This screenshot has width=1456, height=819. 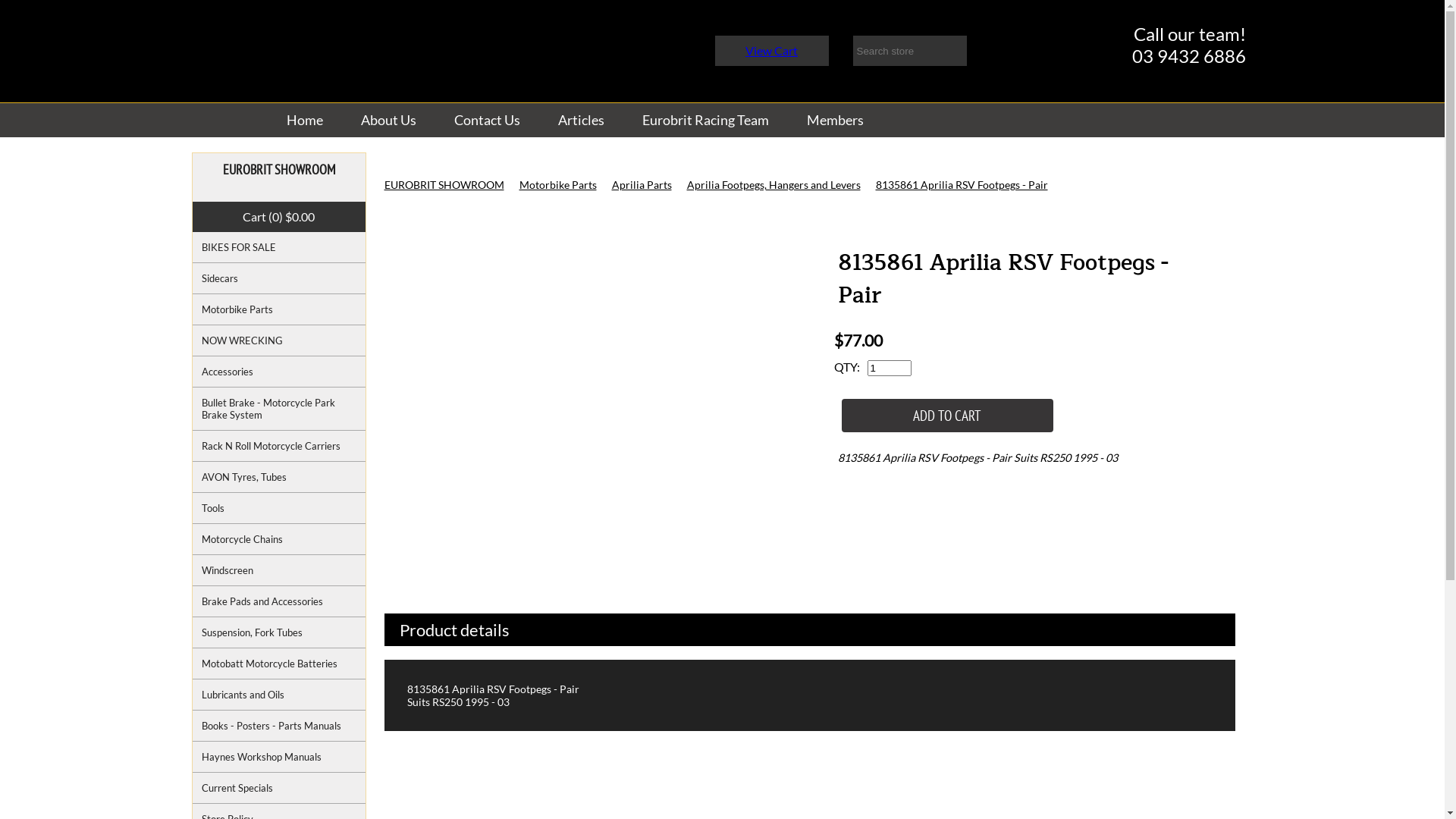 I want to click on 'Current Specials', so click(x=279, y=787).